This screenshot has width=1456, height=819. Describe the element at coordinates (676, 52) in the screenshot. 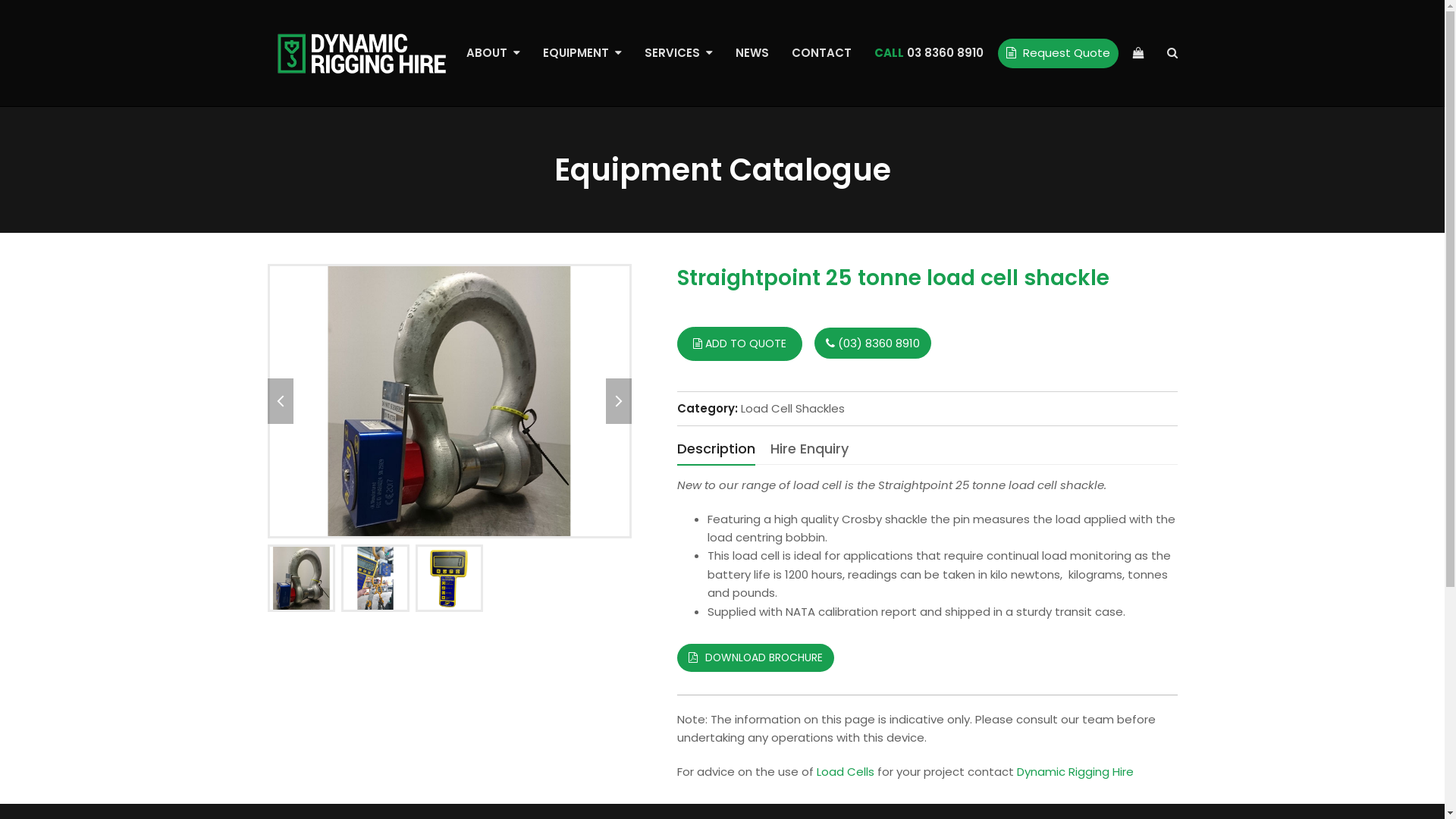

I see `'SERVICES'` at that location.